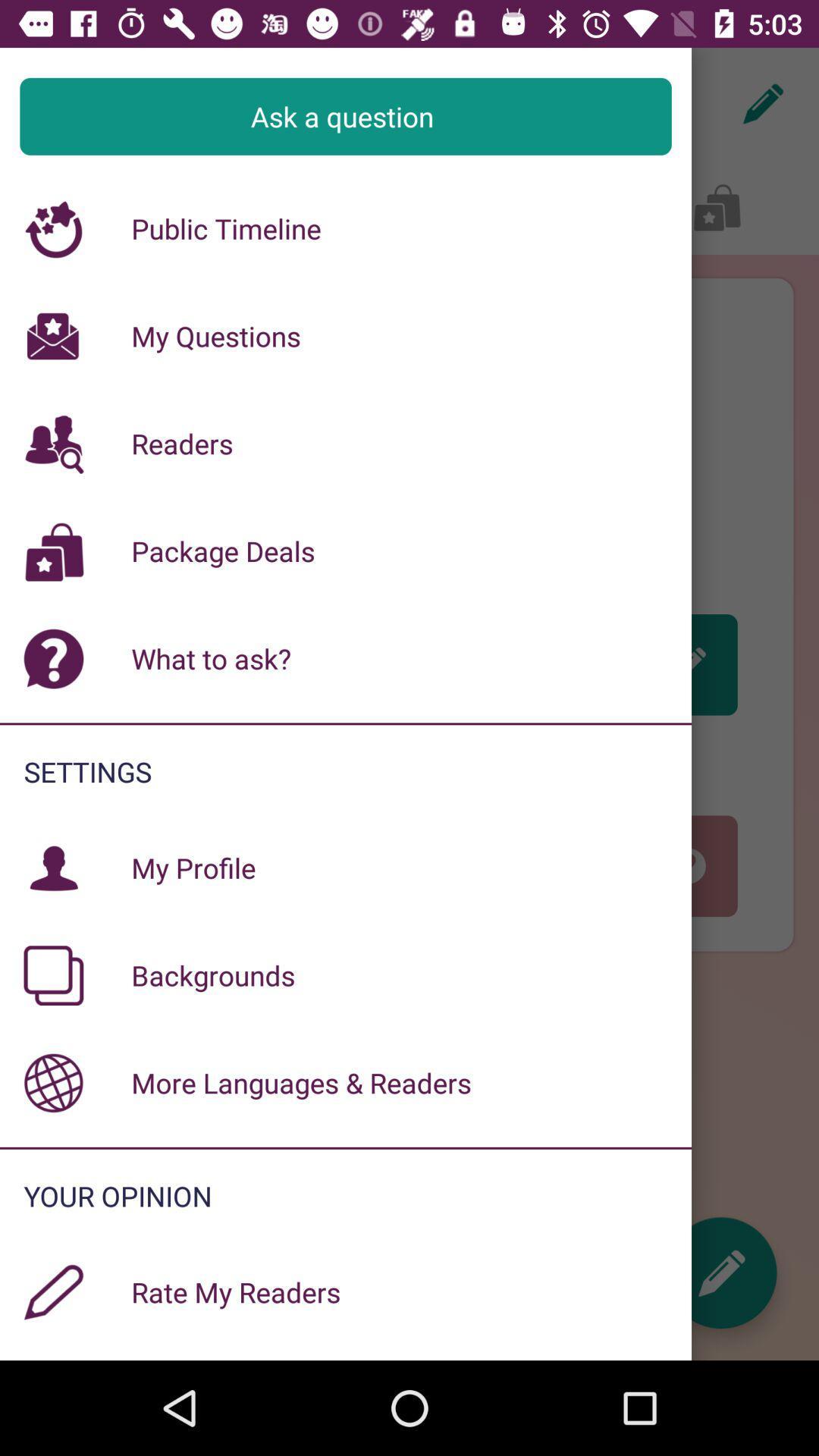  Describe the element at coordinates (720, 1272) in the screenshot. I see `the edit icon` at that location.